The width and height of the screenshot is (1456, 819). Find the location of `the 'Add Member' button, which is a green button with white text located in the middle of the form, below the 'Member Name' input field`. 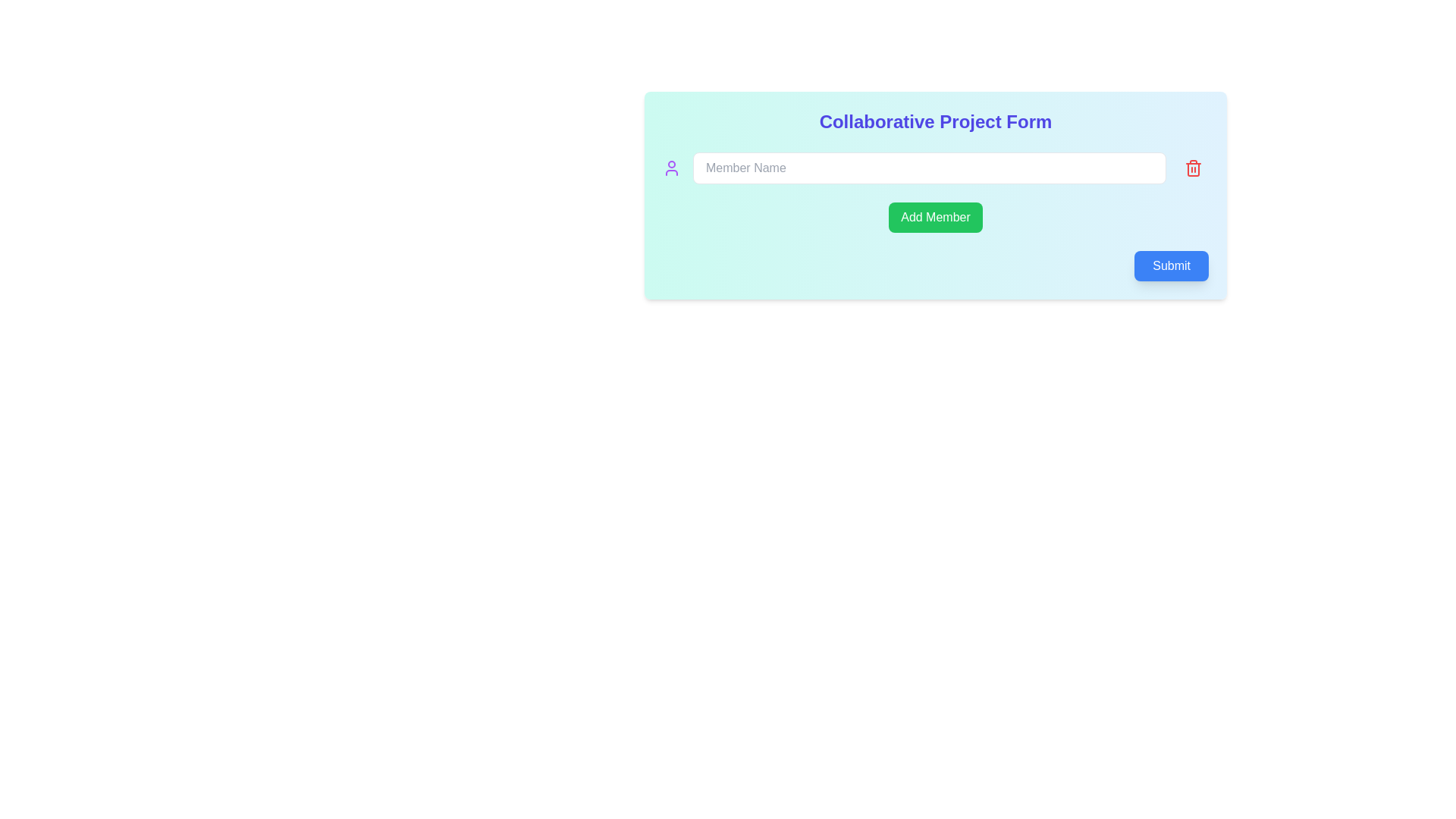

the 'Add Member' button, which is a green button with white text located in the middle of the form, below the 'Member Name' input field is located at coordinates (934, 217).